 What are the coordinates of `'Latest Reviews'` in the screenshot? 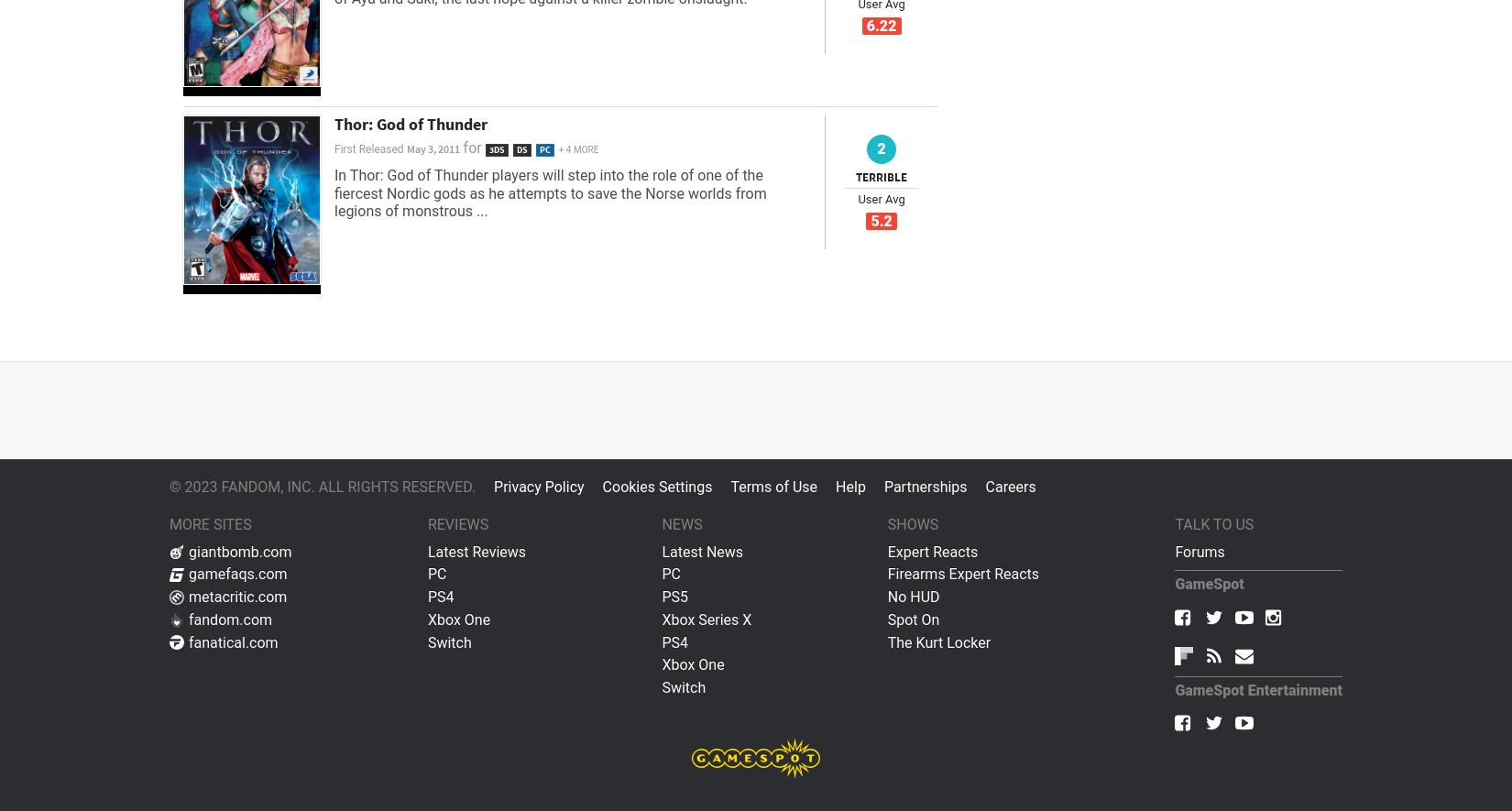 It's located at (476, 551).